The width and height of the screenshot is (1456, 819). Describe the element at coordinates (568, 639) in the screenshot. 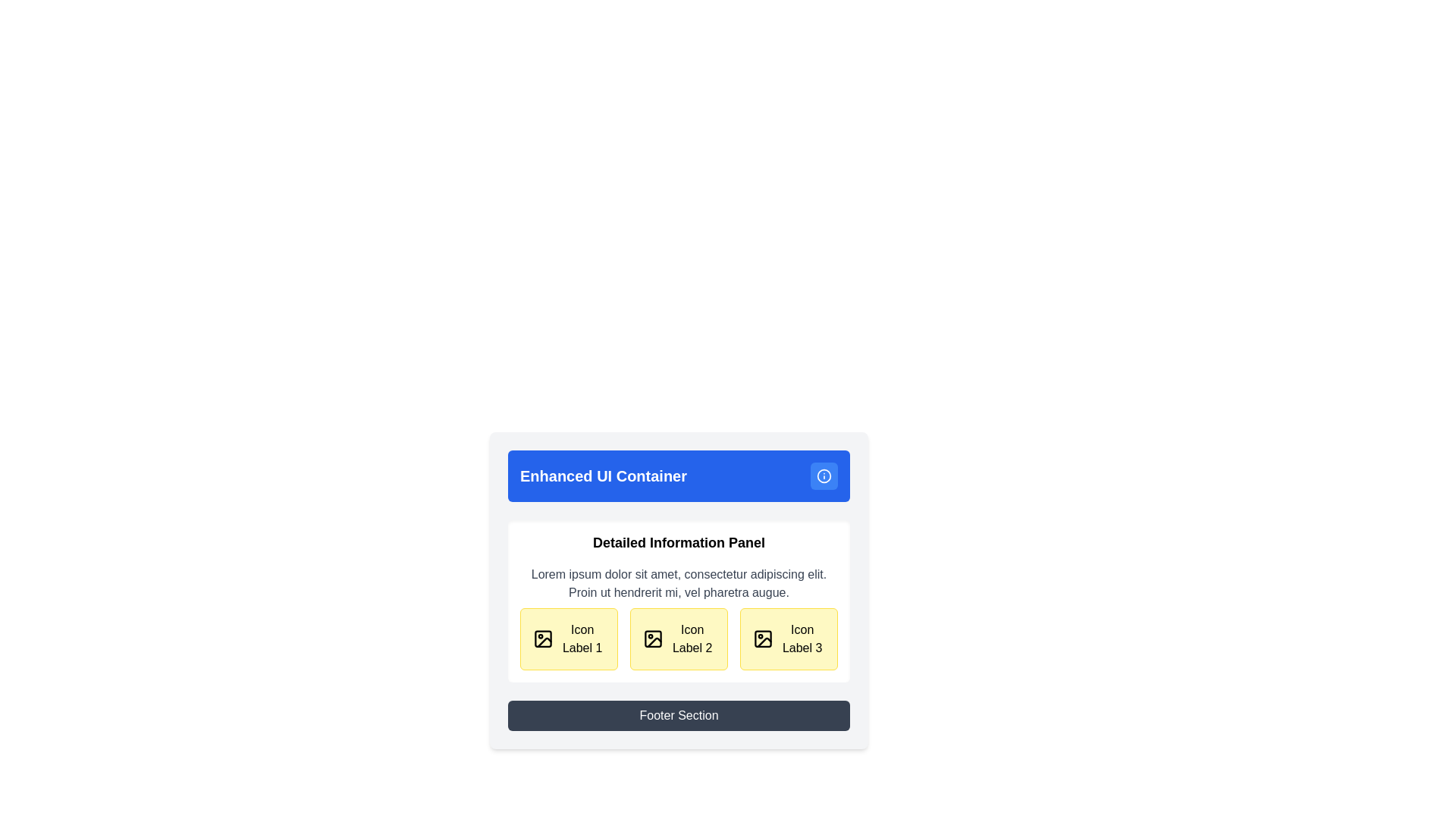

I see `the informational card with the icon and text label "Icon Label 1", which has a light yellow background and is the first card in a grid layout` at that location.